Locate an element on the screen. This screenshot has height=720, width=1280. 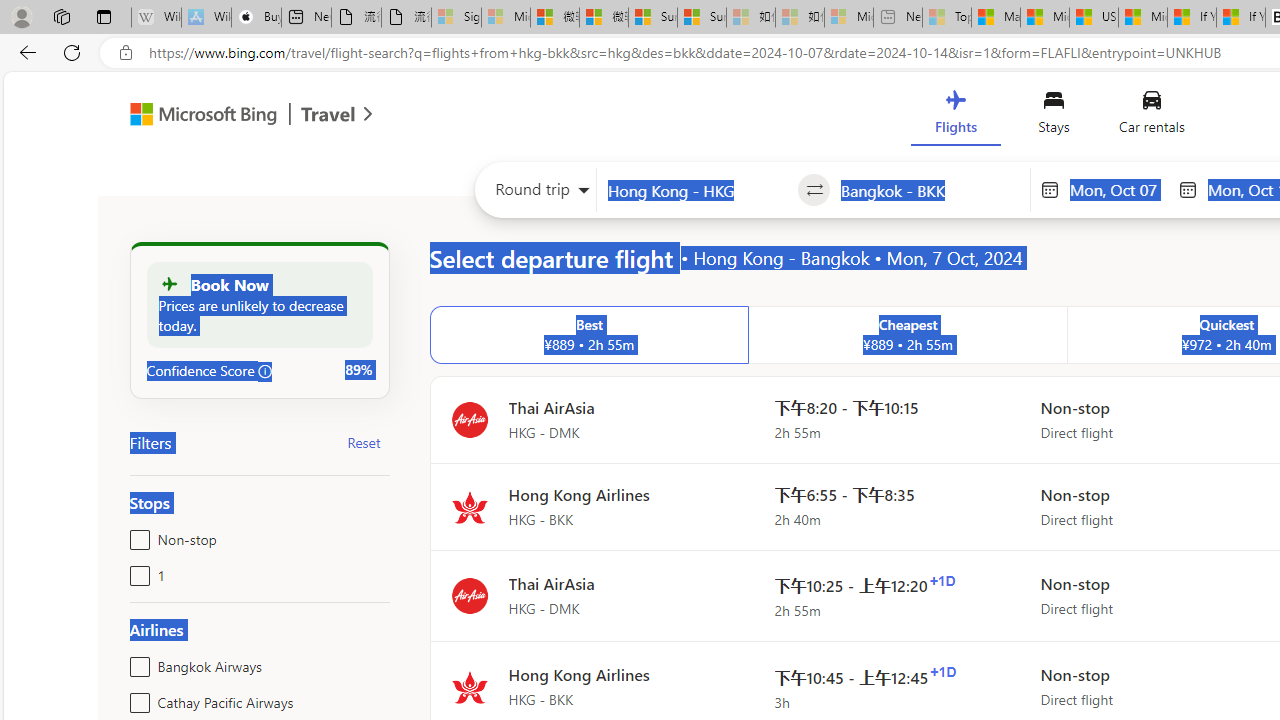
'Cathay Pacific Airways' is located at coordinates (135, 698).